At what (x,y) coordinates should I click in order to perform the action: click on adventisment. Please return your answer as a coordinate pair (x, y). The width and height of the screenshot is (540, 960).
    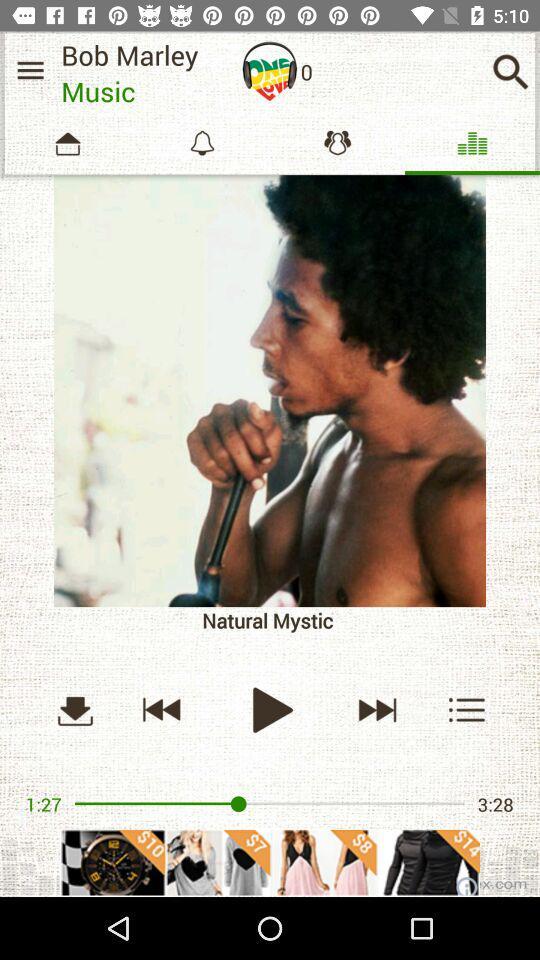
    Looking at the image, I should click on (270, 861).